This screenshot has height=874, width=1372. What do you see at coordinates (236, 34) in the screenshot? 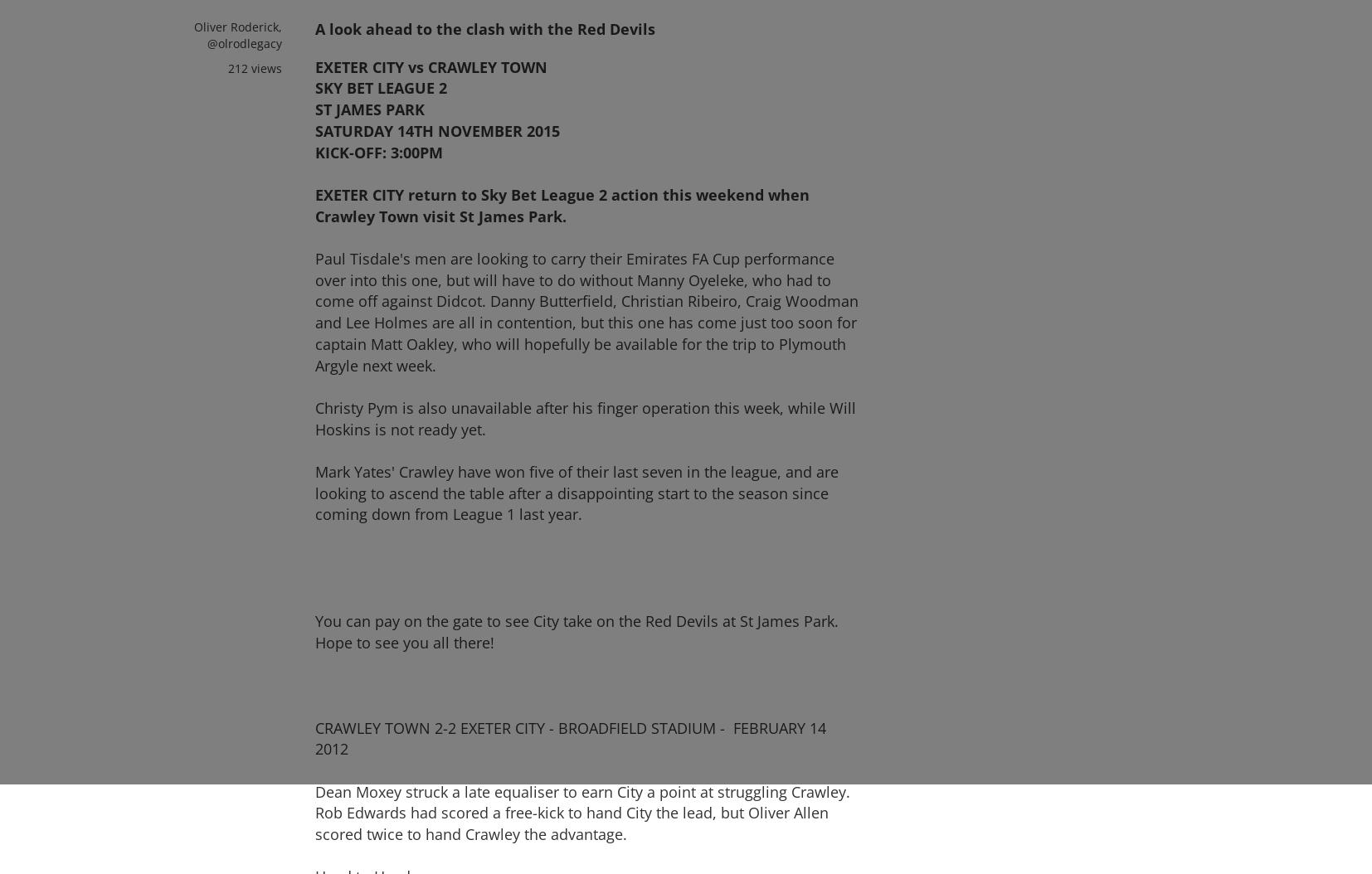
I see `'Oliver Roderick, @olrodlegacy'` at bounding box center [236, 34].